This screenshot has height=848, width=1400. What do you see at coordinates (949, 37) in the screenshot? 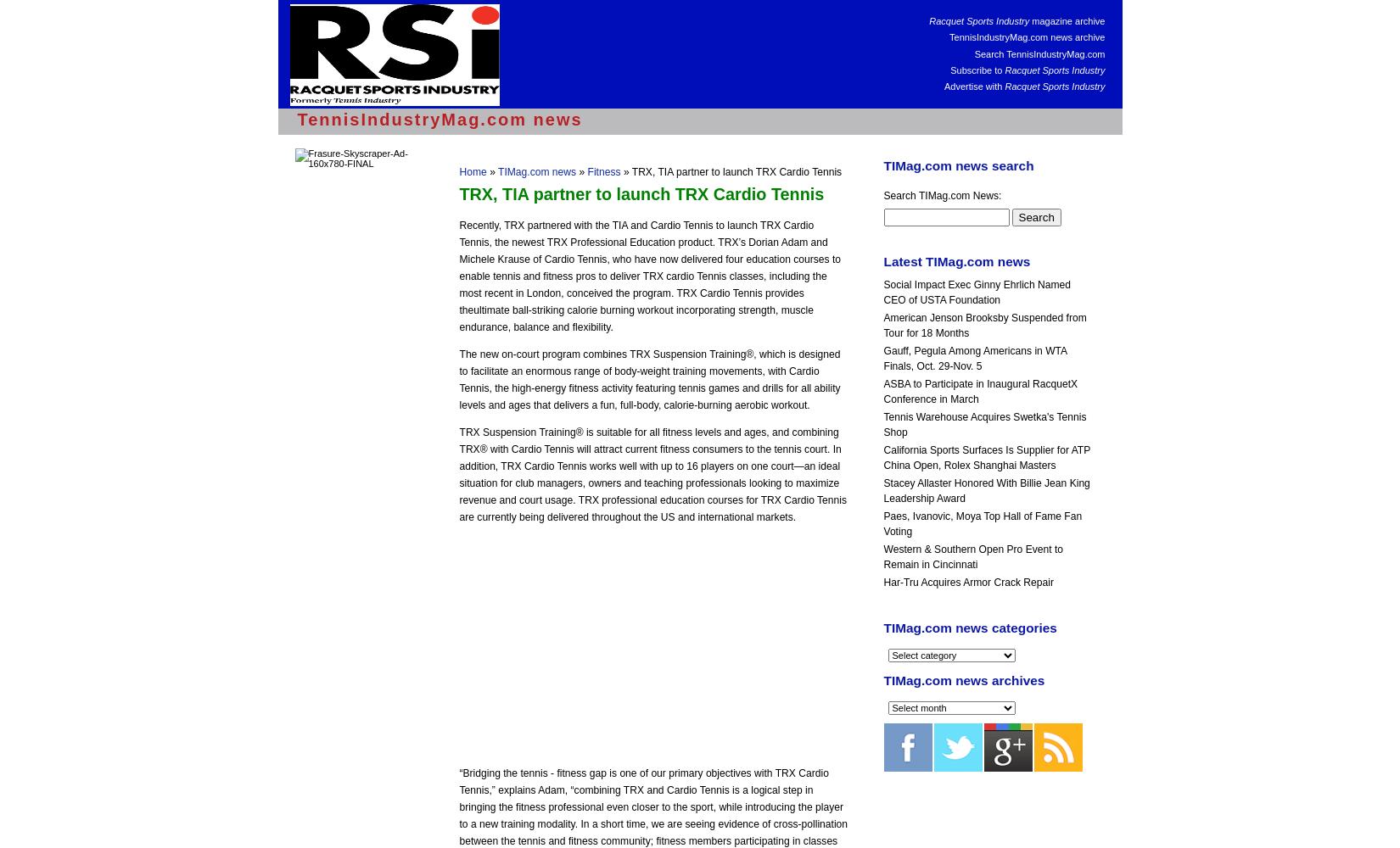
I see `'TennisIndustryMag.com news archive'` at bounding box center [949, 37].